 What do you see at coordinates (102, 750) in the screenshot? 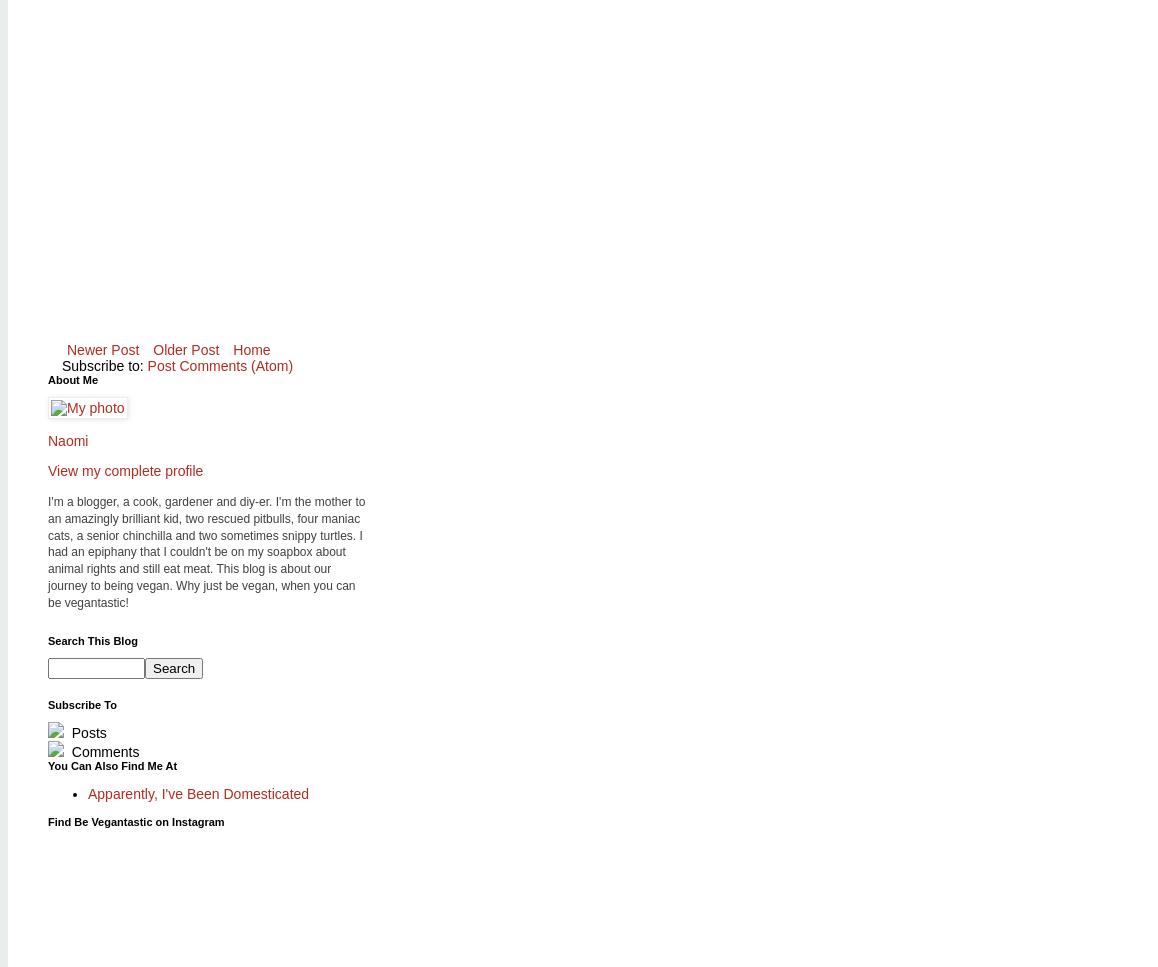
I see `'Comments'` at bounding box center [102, 750].